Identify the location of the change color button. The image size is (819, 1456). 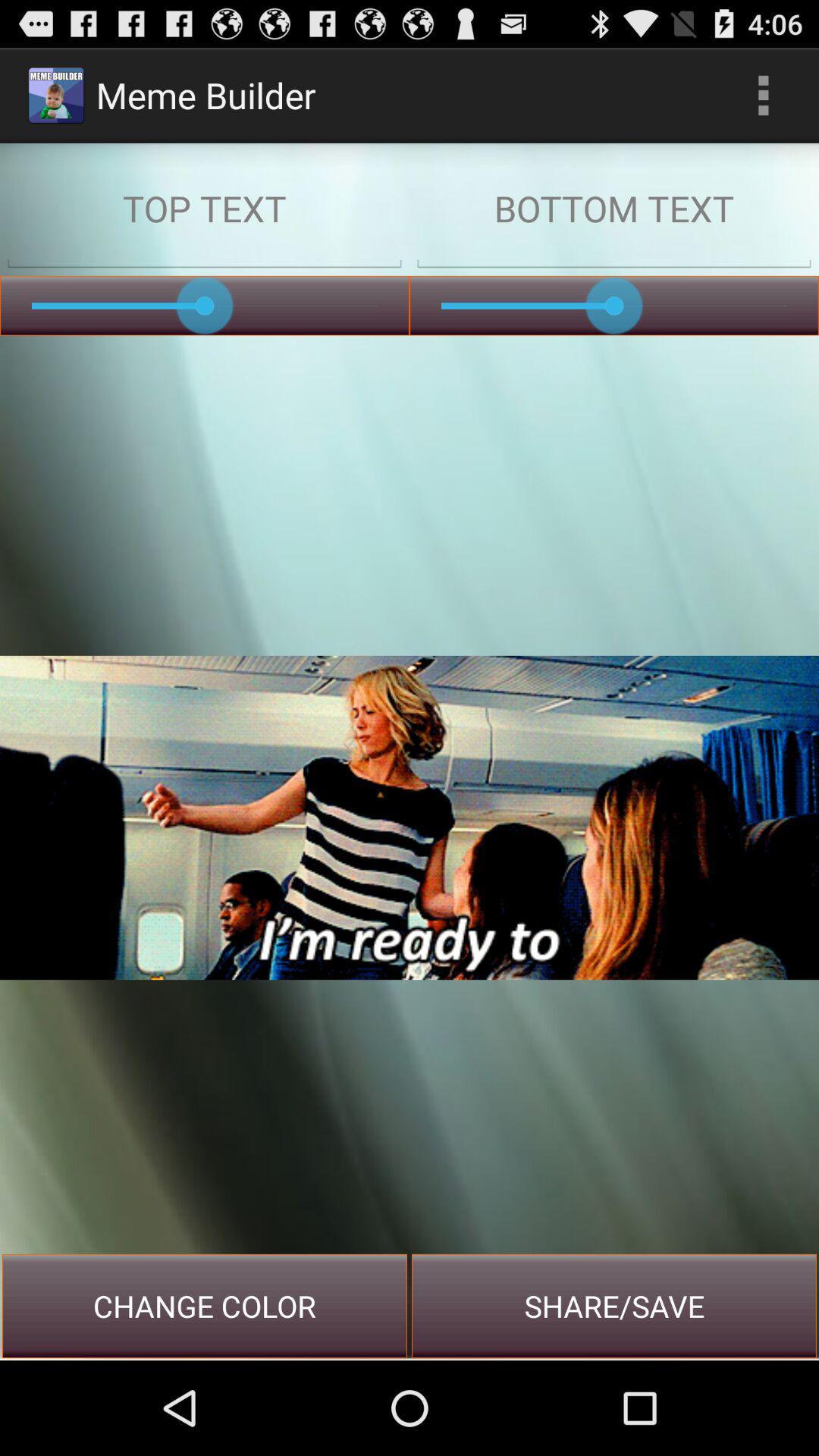
(205, 1305).